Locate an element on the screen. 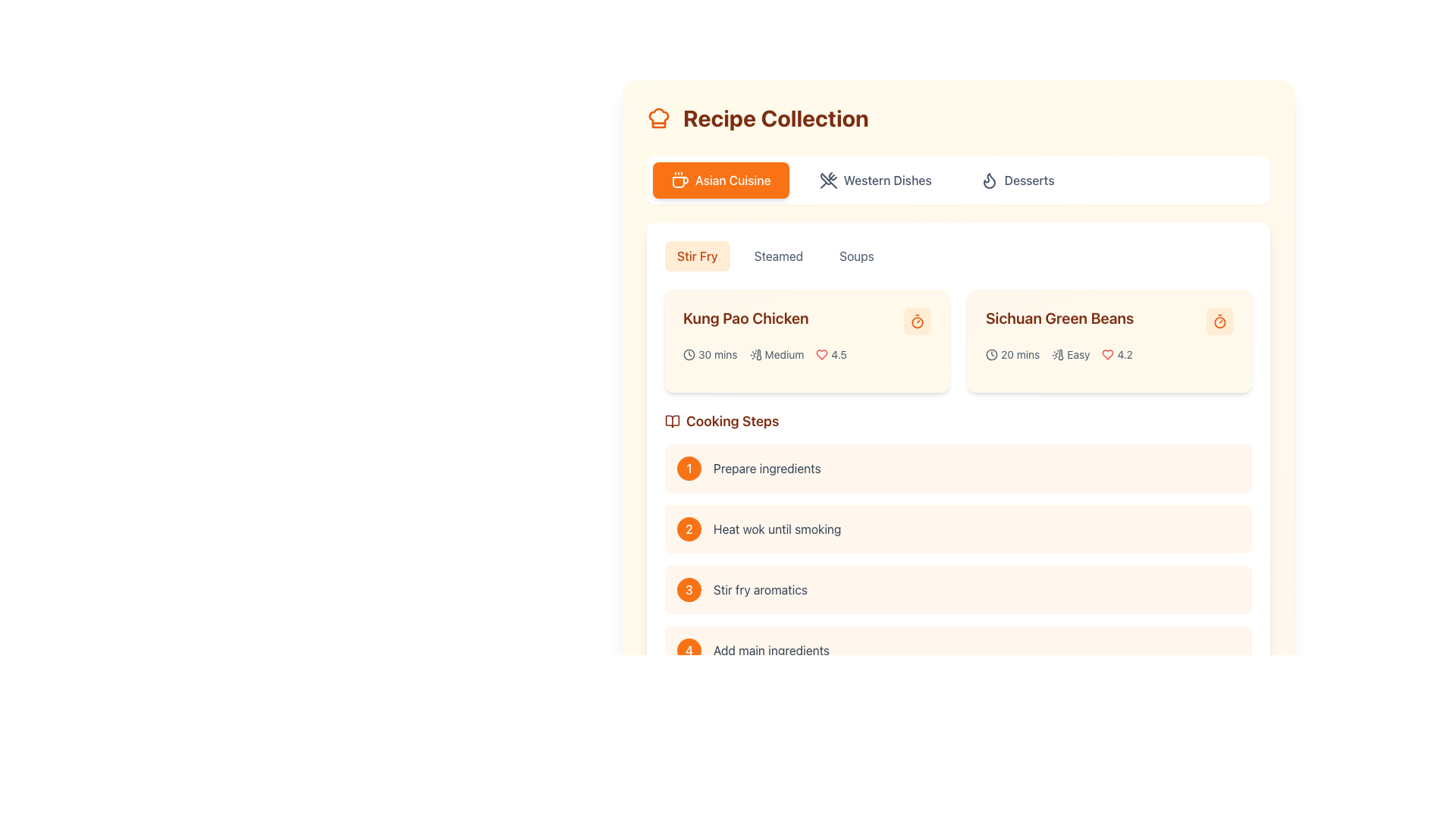 The width and height of the screenshot is (1456, 819). the circular badge with an orange background and the white numeral '4', which is the step number indicator located to the left of the text 'Add main ingredients' in the Cooking Steps section is located at coordinates (688, 649).